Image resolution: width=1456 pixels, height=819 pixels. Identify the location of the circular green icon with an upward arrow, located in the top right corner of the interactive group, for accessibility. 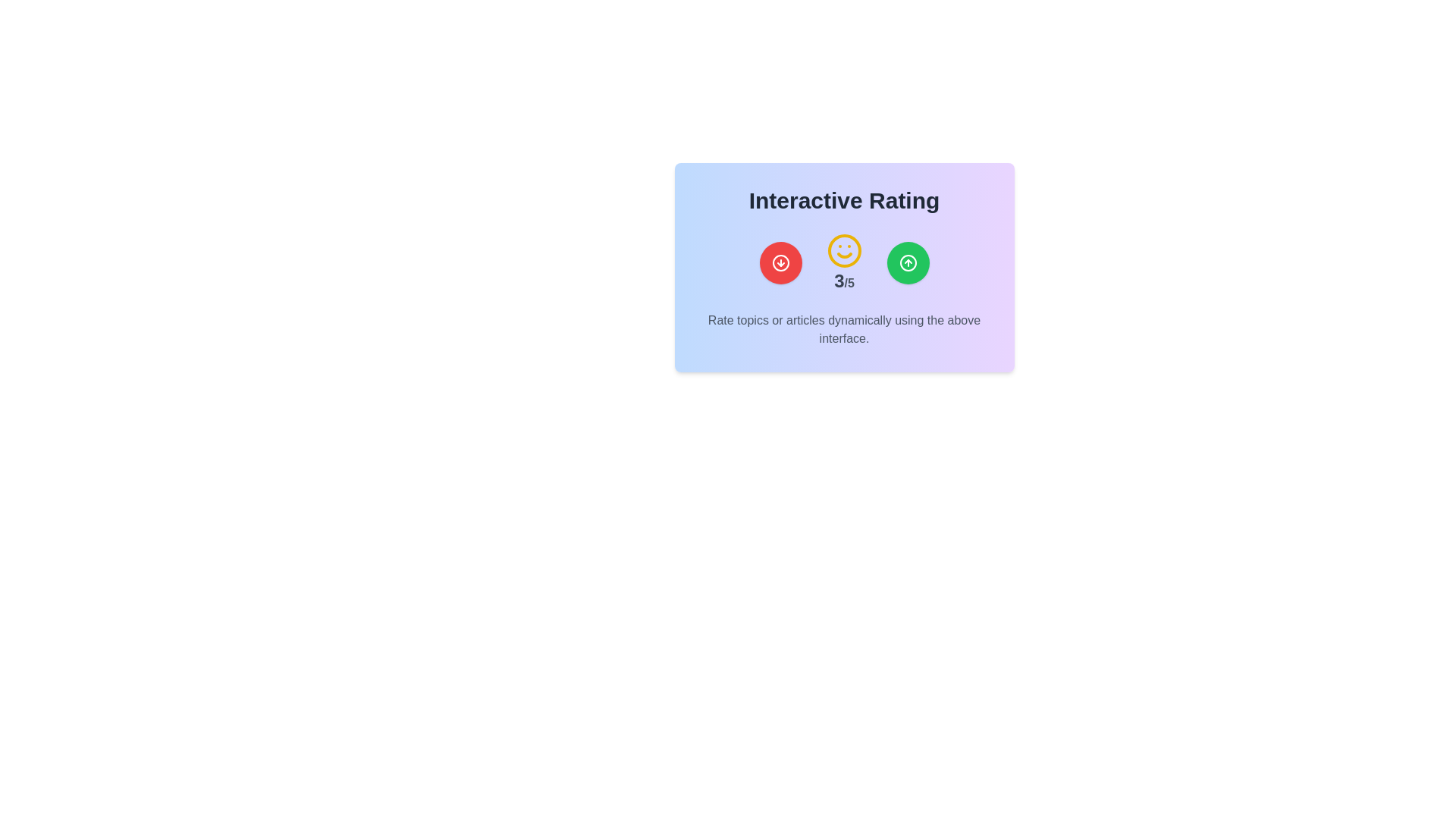
(908, 262).